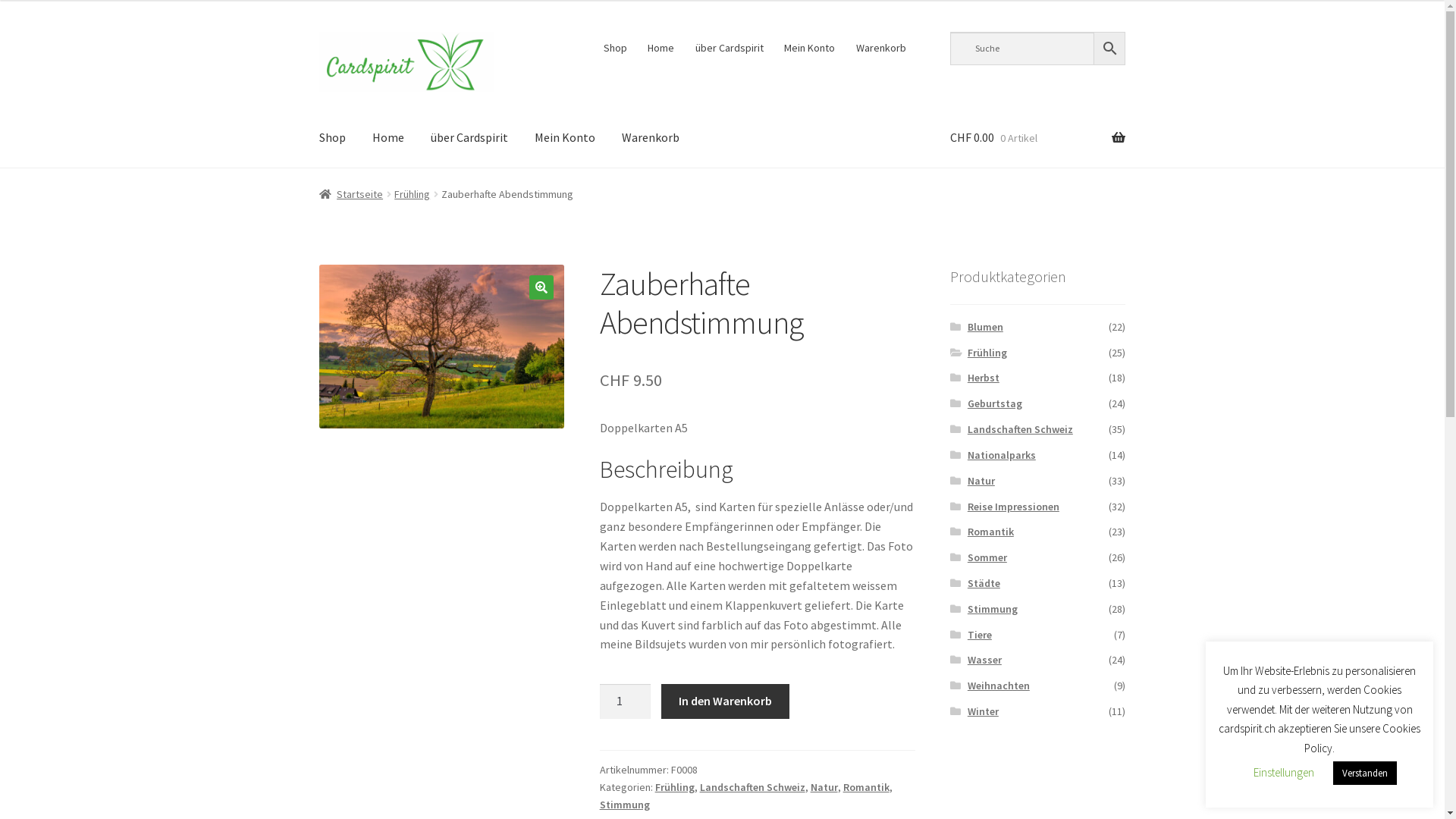 This screenshot has height=819, width=1456. Describe the element at coordinates (388, 137) in the screenshot. I see `'Home'` at that location.